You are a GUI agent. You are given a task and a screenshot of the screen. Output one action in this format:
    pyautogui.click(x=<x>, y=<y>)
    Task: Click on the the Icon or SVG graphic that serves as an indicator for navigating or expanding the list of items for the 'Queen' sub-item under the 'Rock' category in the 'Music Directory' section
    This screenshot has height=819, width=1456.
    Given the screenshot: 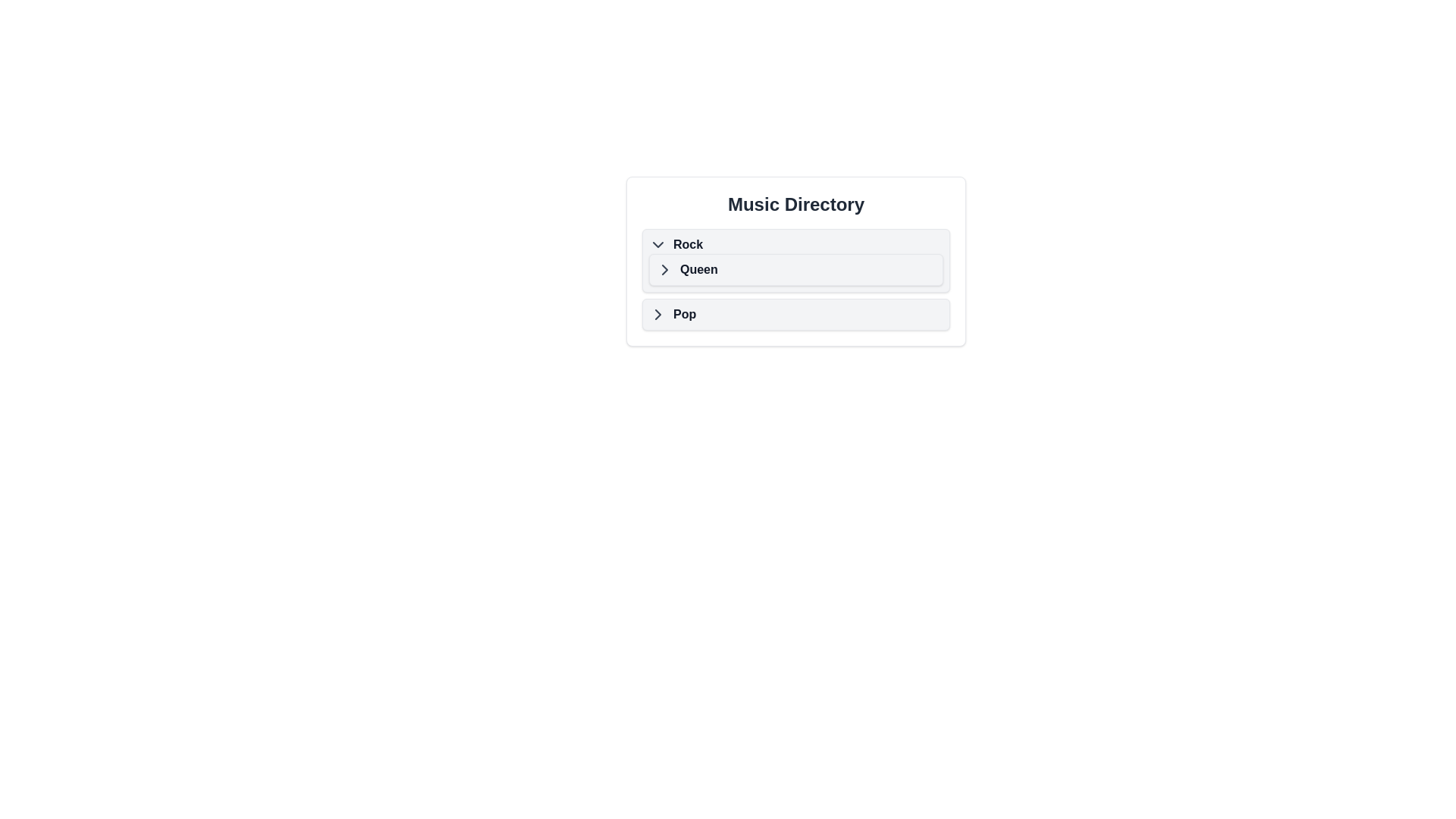 What is the action you would take?
    pyautogui.click(x=665, y=268)
    